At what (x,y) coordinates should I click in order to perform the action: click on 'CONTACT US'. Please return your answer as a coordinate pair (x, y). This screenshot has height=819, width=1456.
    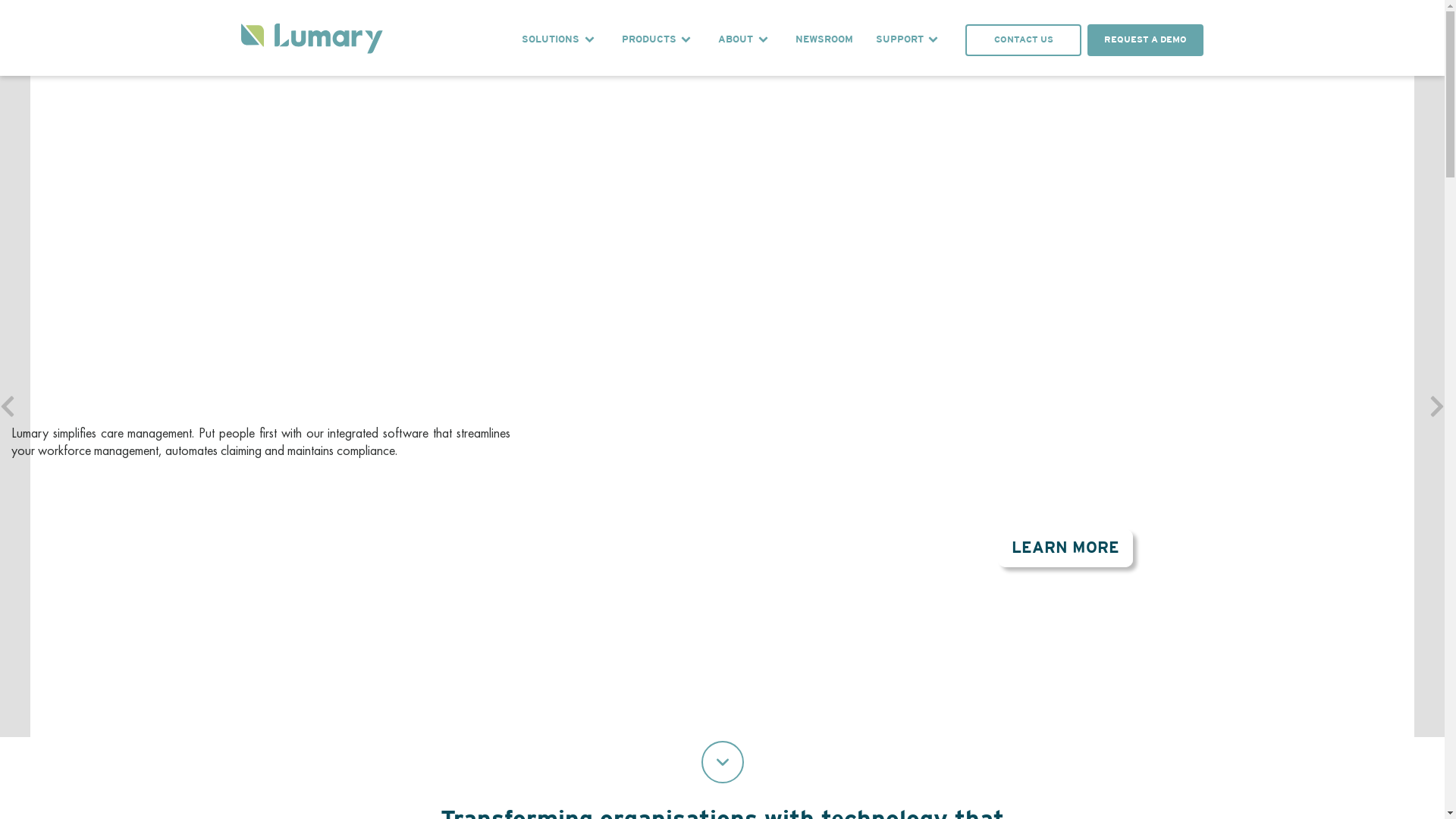
    Looking at the image, I should click on (179, 522).